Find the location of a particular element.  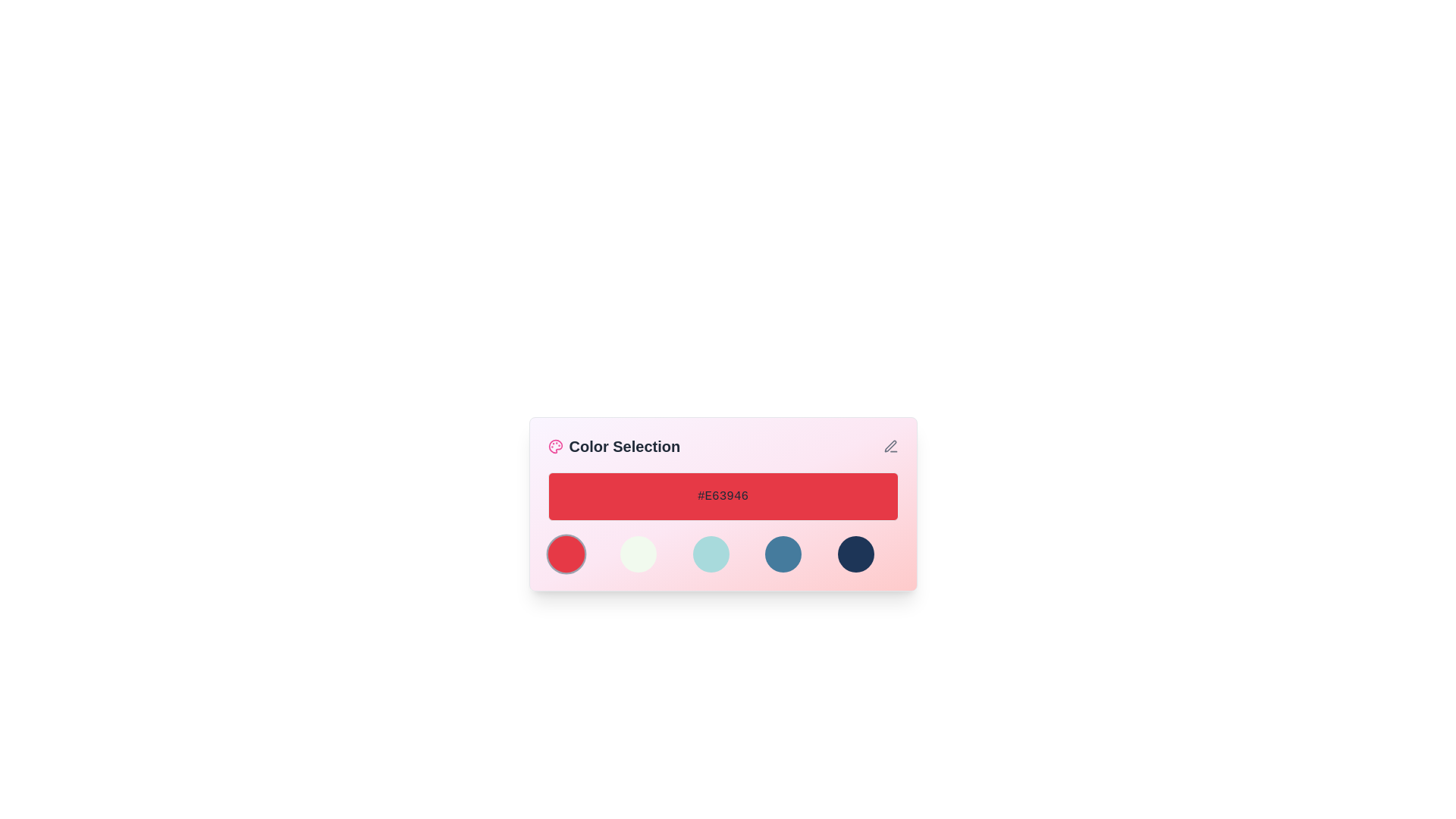

the pink-colored outlined palette icon located to the left of the 'Color Selection' text in the header section is located at coordinates (554, 446).